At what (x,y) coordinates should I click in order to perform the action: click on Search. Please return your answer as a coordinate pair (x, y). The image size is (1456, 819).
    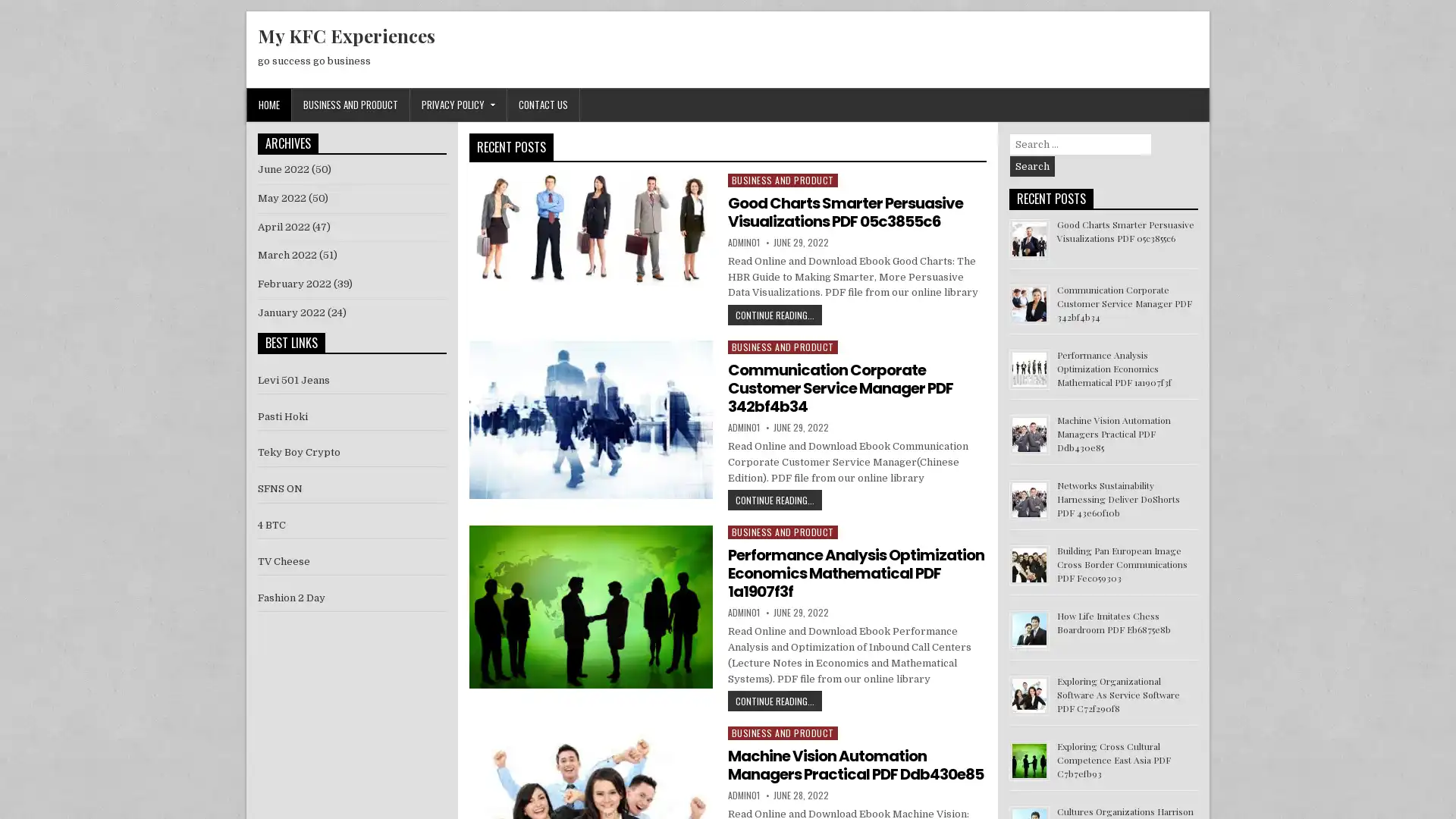
    Looking at the image, I should click on (1031, 166).